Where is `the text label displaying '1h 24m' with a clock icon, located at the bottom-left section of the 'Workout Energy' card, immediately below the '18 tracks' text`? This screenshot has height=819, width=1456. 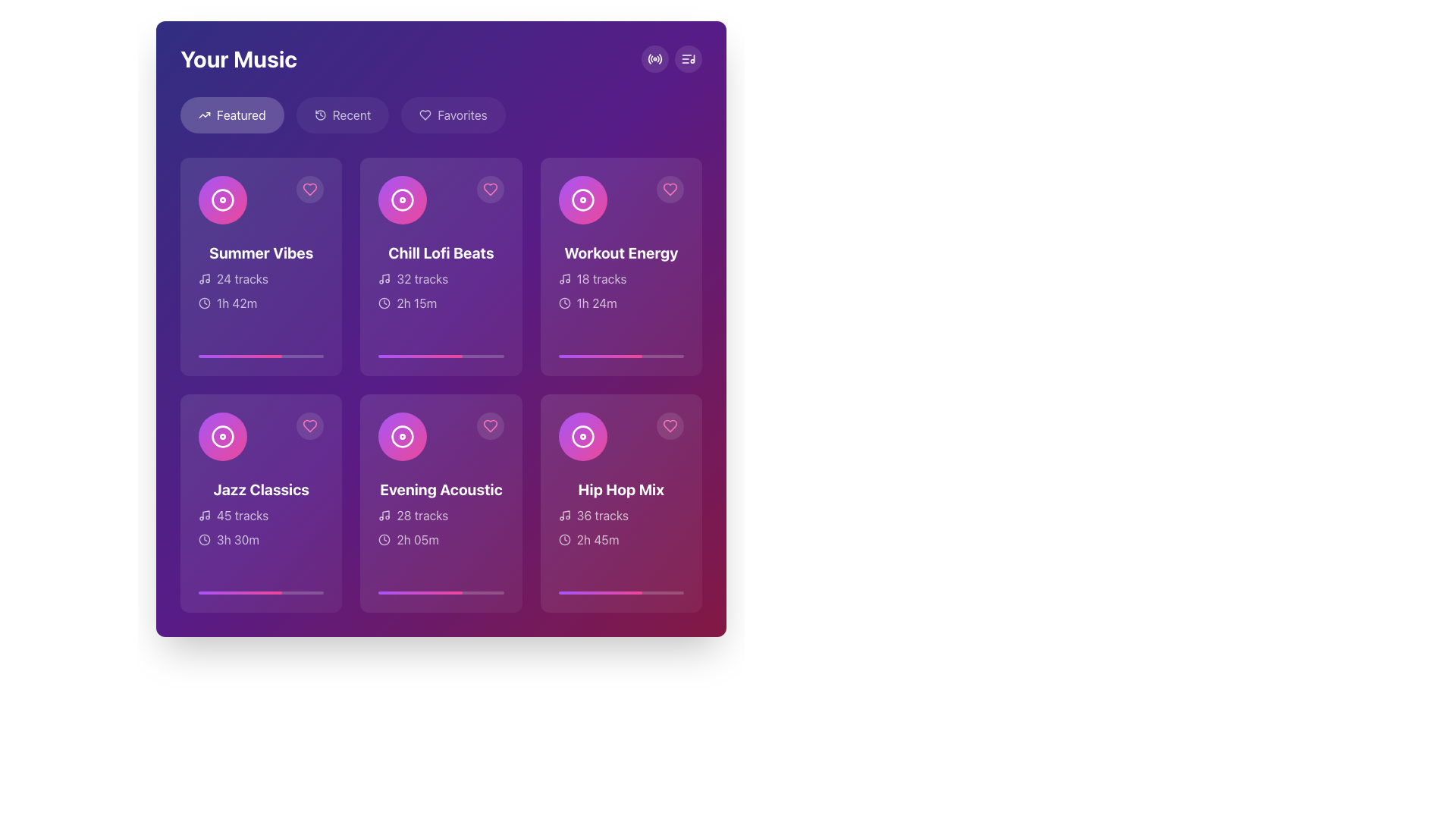
the text label displaying '1h 24m' with a clock icon, located at the bottom-left section of the 'Workout Energy' card, immediately below the '18 tracks' text is located at coordinates (621, 303).